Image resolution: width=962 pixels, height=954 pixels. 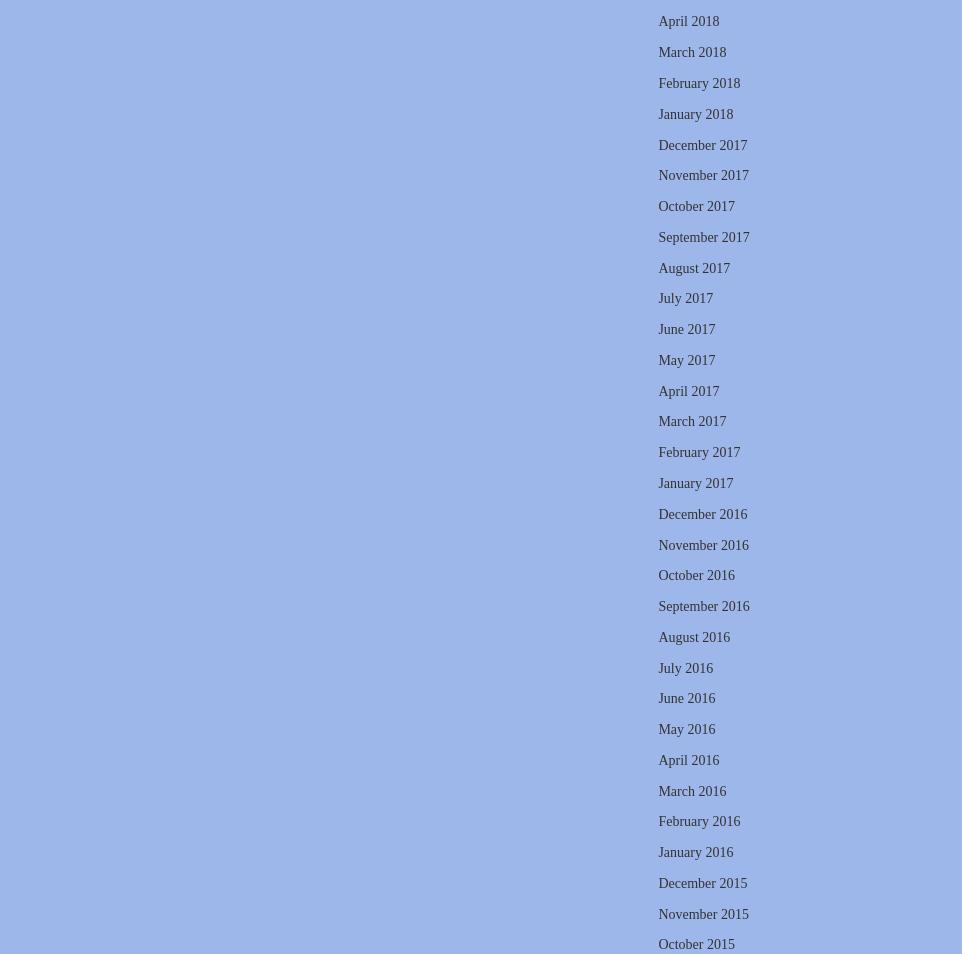 What do you see at coordinates (702, 235) in the screenshot?
I see `'September 2017'` at bounding box center [702, 235].